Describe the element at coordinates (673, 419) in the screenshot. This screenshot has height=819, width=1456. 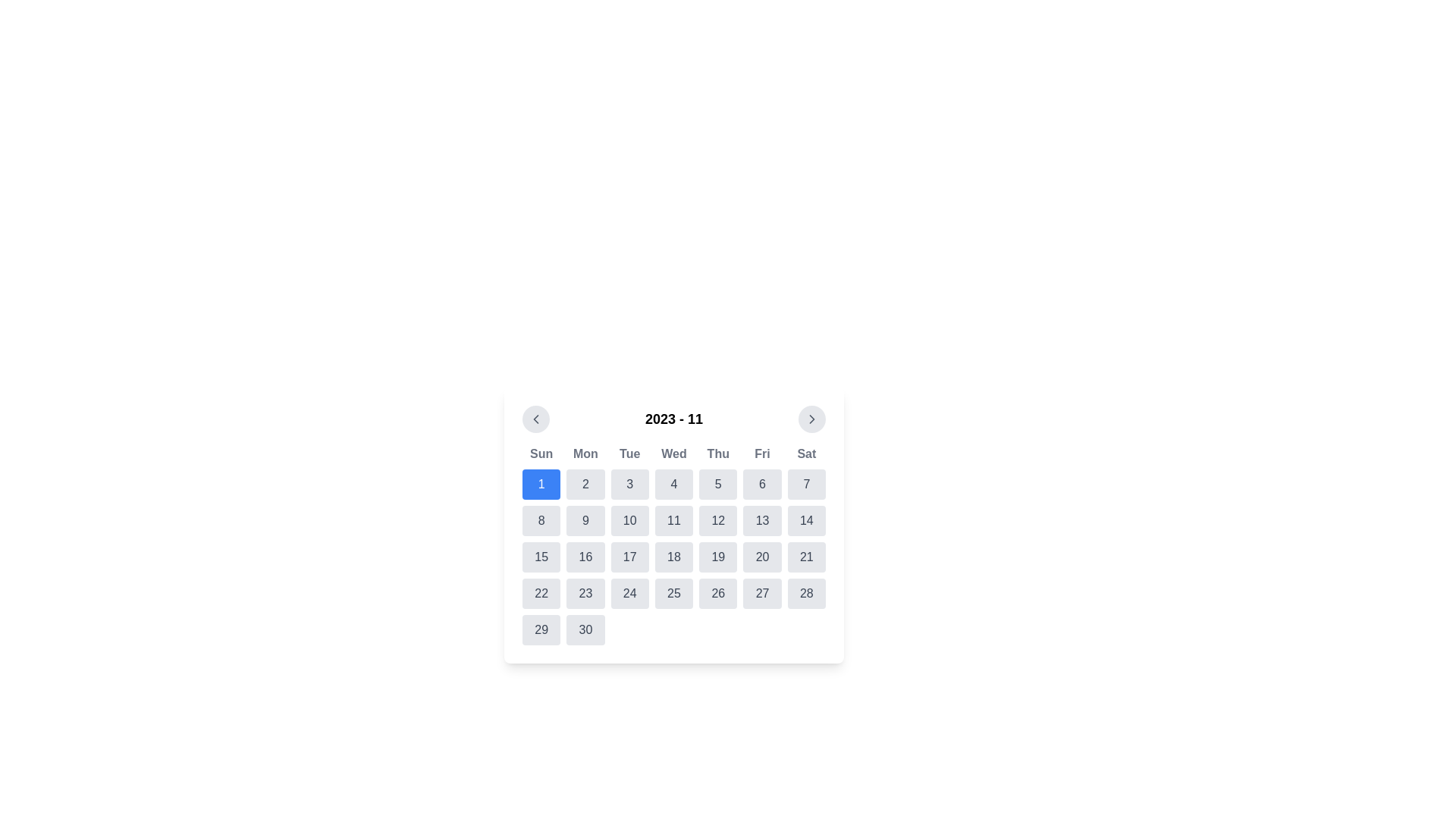
I see `the Text Label that indicates the currently selected year and month in the calendar interface, which is located at the top of the calendar widget` at that location.